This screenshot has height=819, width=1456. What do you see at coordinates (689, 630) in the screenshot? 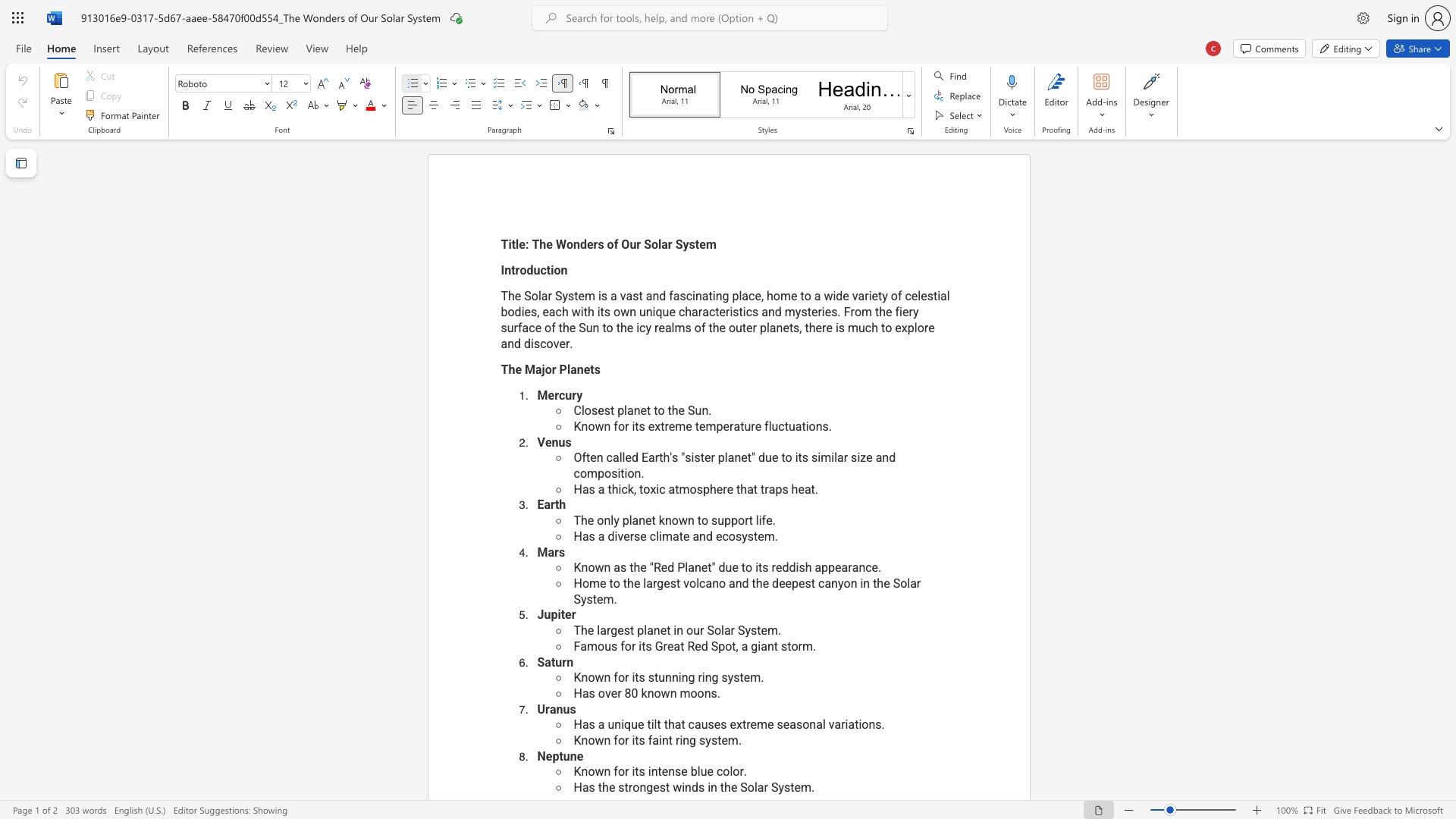
I see `the 1th character "o" in the text` at bounding box center [689, 630].